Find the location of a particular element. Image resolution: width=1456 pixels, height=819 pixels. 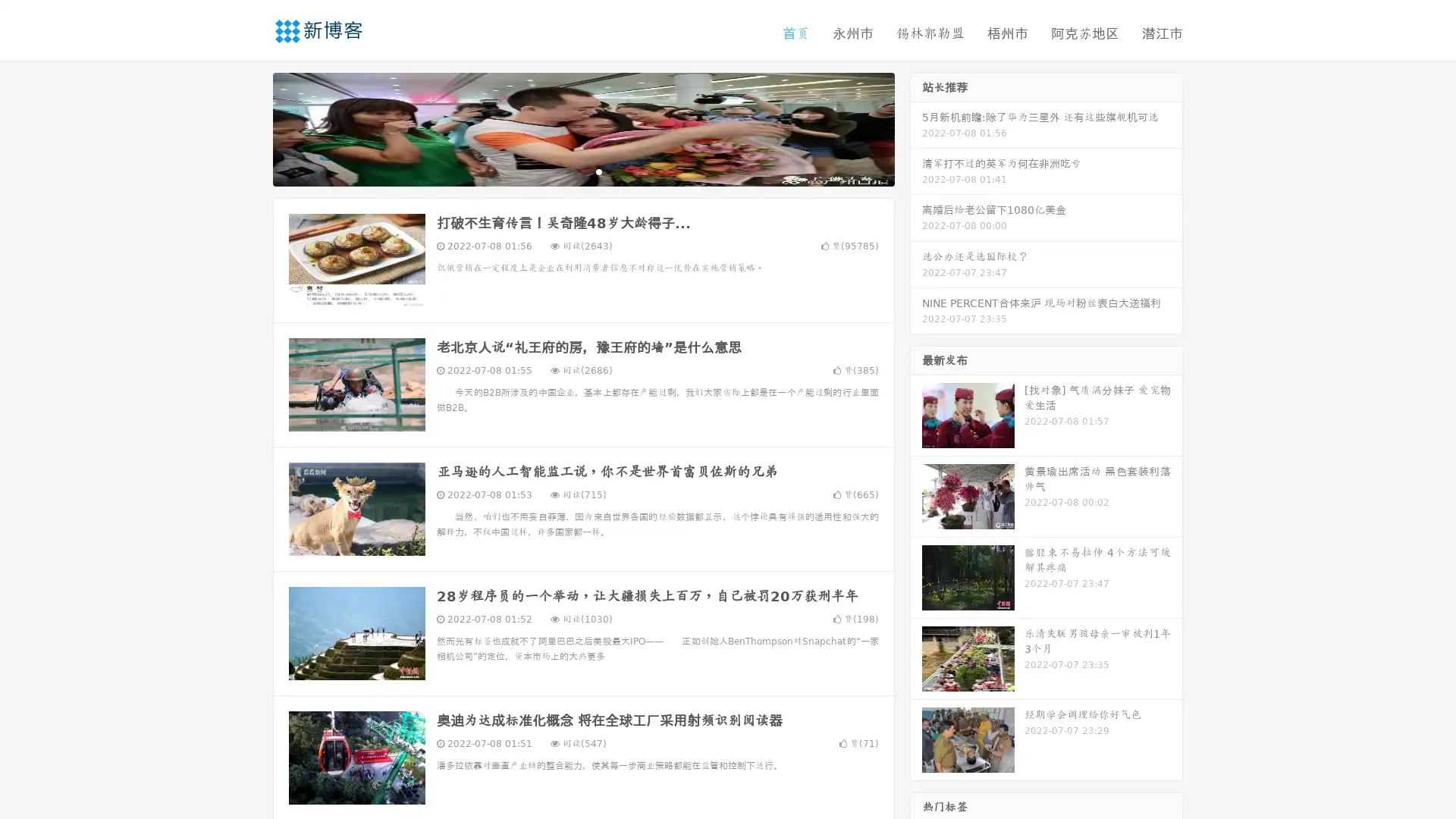

Next slide is located at coordinates (916, 127).